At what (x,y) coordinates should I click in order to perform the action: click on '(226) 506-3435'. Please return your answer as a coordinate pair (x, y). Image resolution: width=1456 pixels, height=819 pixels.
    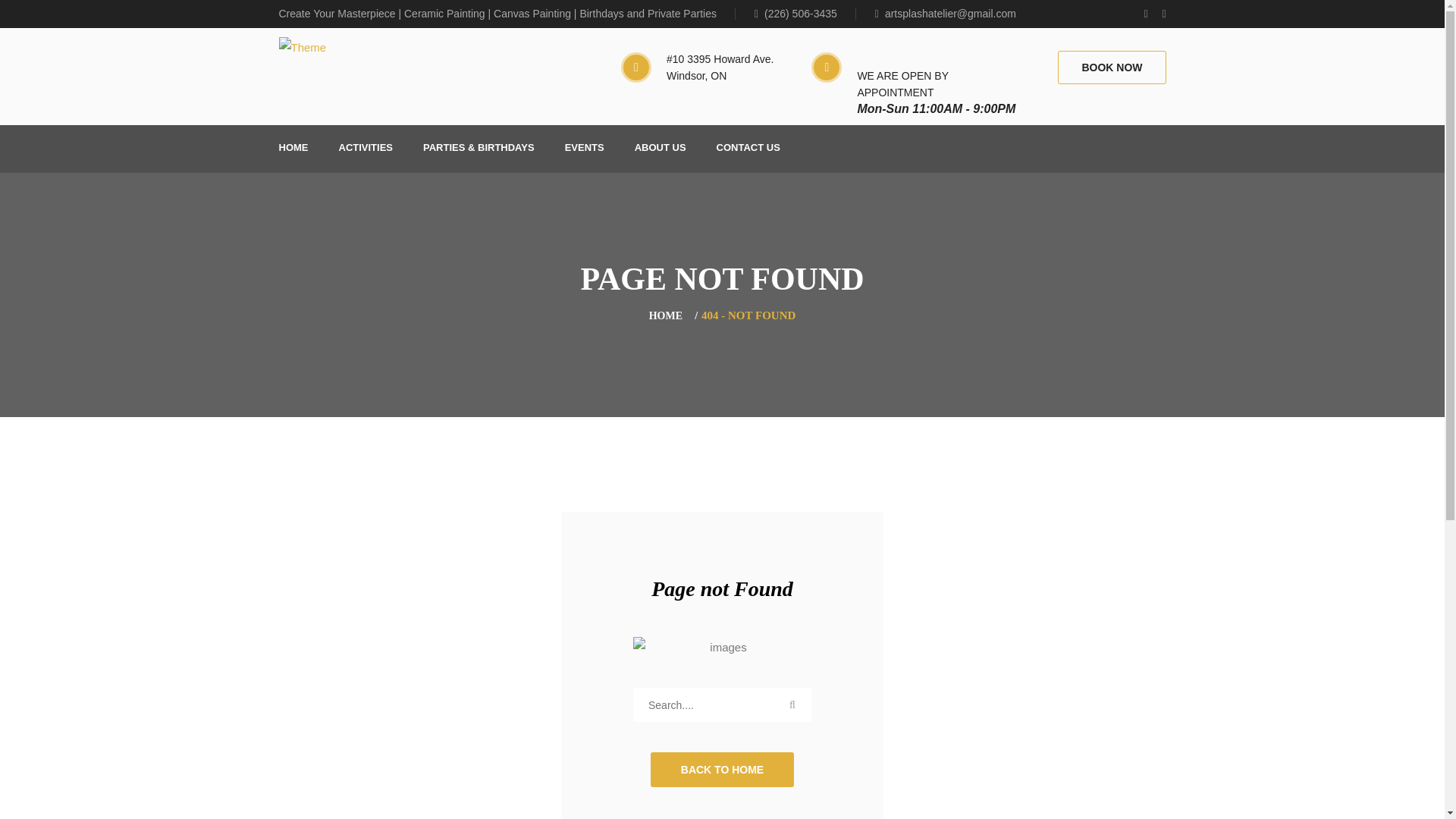
    Looking at the image, I should click on (804, 14).